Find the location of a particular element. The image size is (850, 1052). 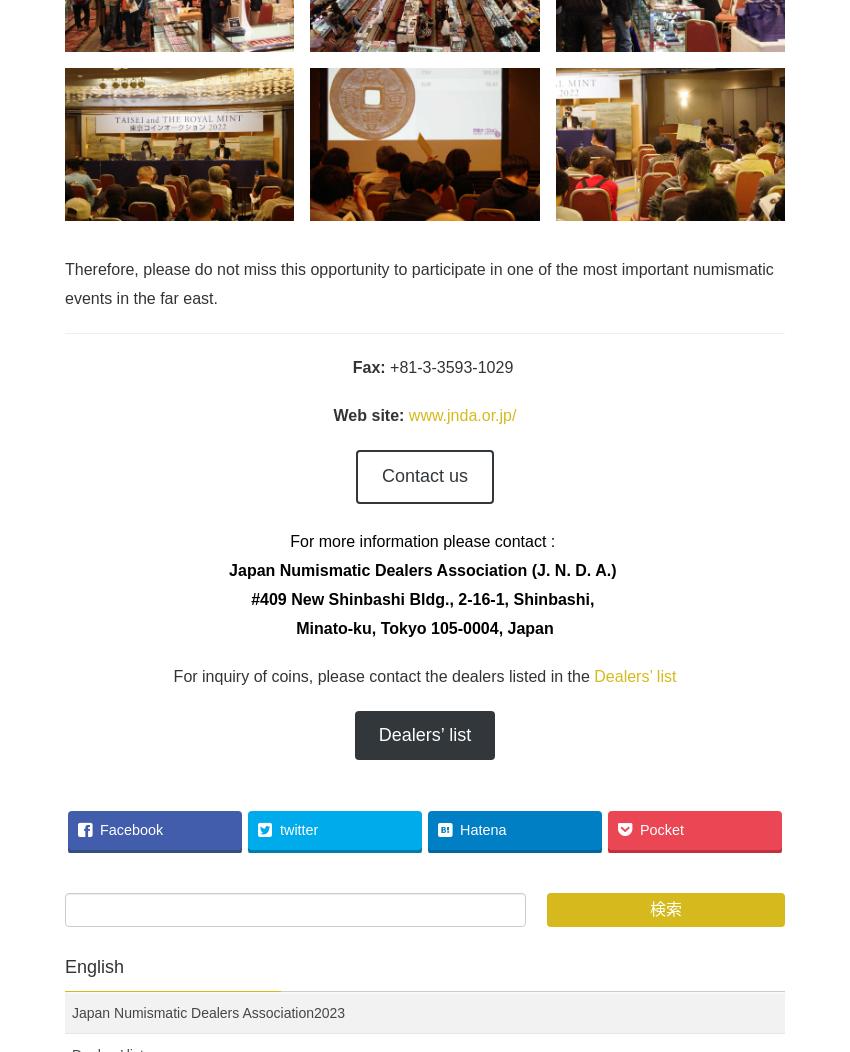

'Fax:' is located at coordinates (370, 367).